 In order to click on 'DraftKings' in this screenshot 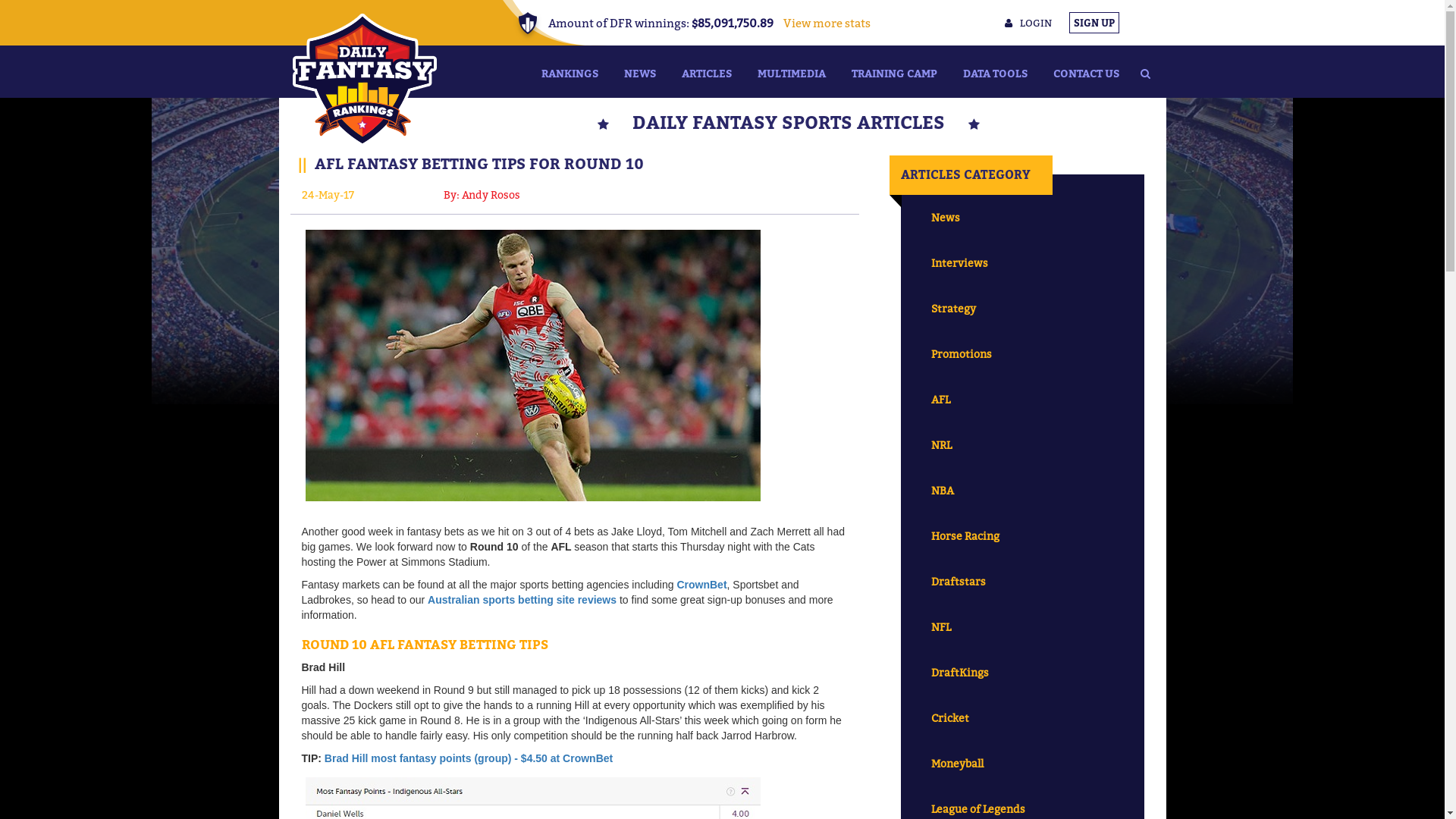, I will do `click(1022, 672)`.